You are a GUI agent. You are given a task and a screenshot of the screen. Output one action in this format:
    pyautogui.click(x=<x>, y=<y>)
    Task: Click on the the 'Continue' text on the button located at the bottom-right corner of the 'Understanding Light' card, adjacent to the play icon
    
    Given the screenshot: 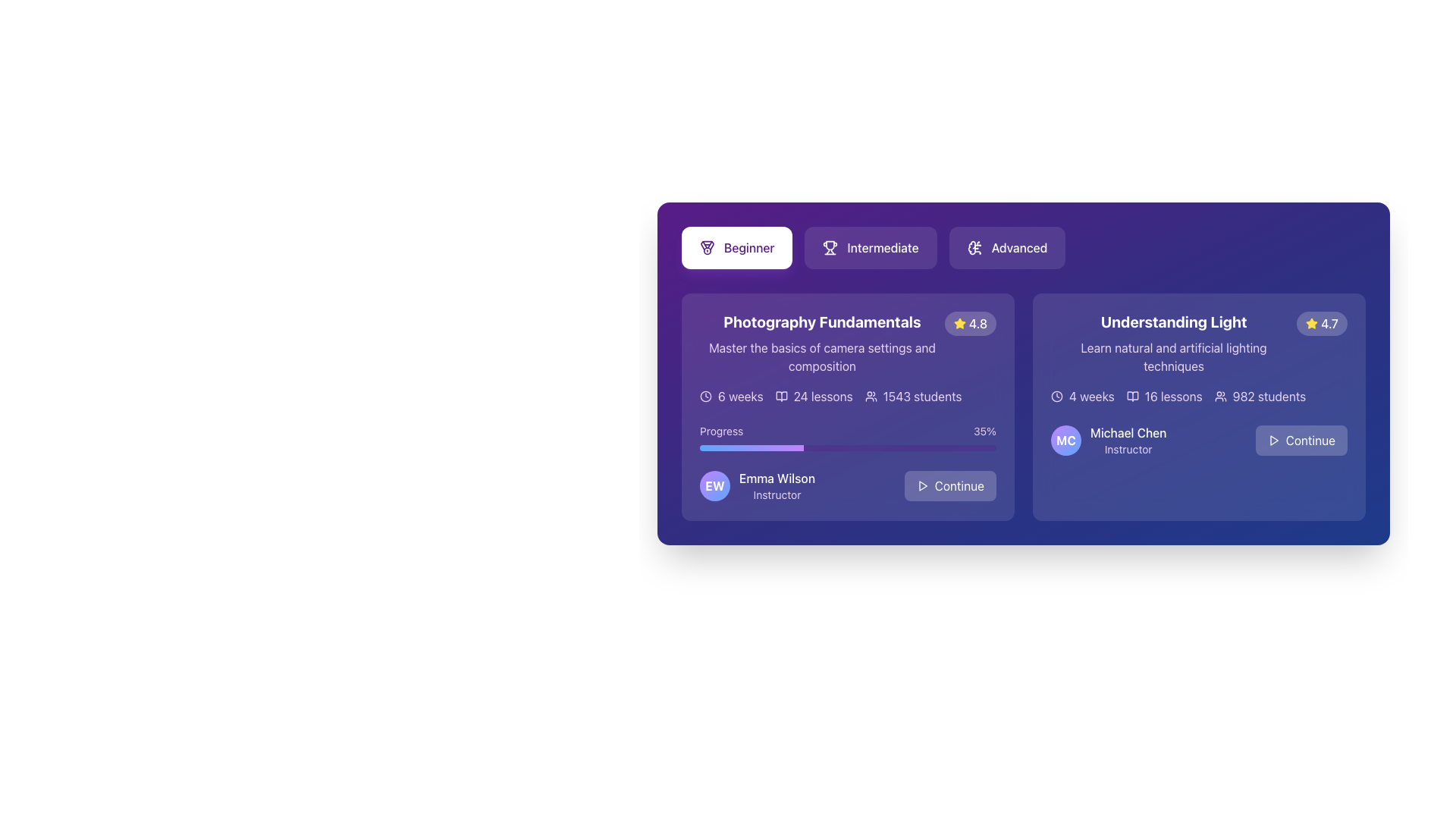 What is the action you would take?
    pyautogui.click(x=1310, y=441)
    